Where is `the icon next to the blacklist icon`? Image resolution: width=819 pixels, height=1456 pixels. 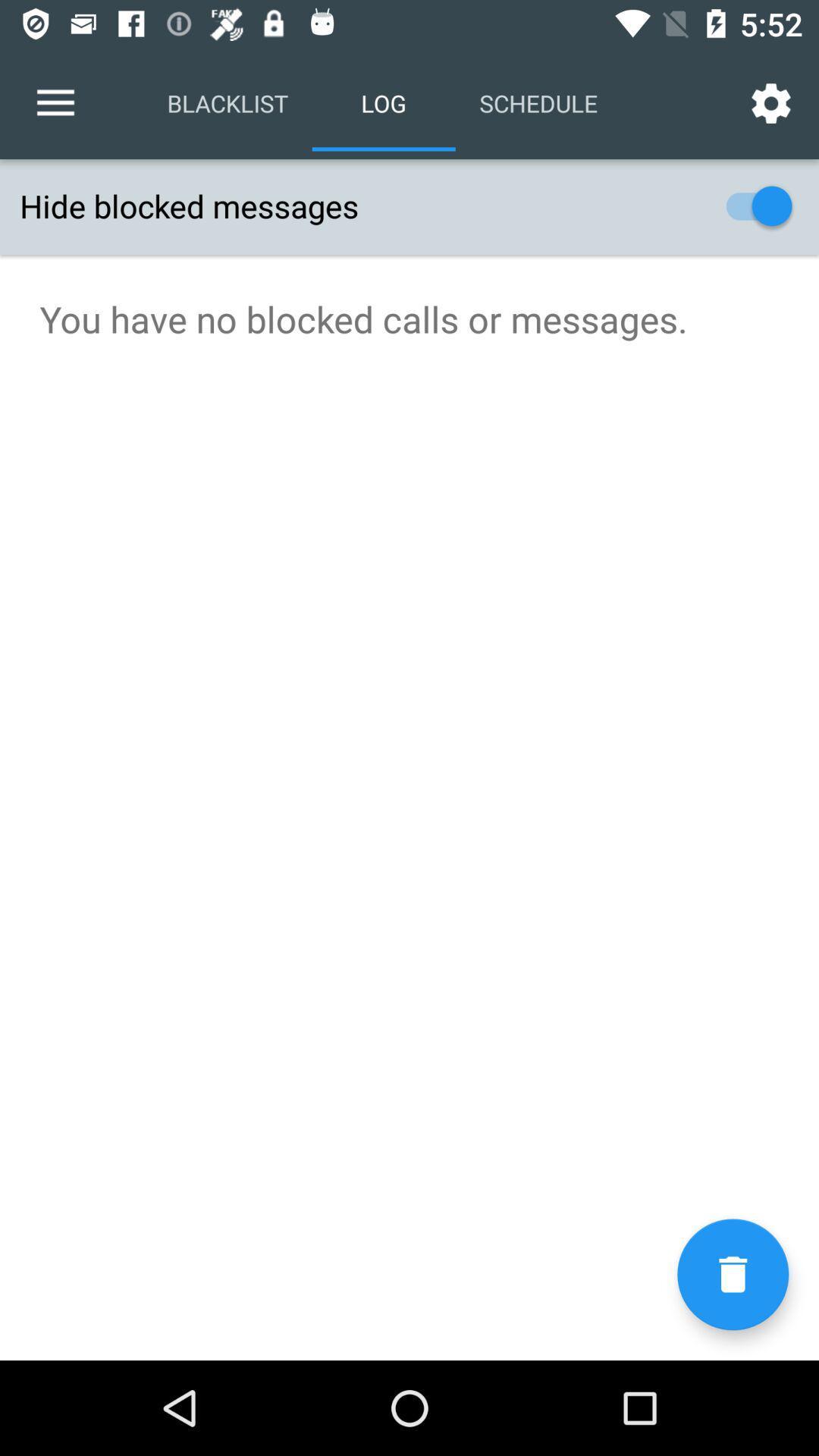
the icon next to the blacklist icon is located at coordinates (55, 102).